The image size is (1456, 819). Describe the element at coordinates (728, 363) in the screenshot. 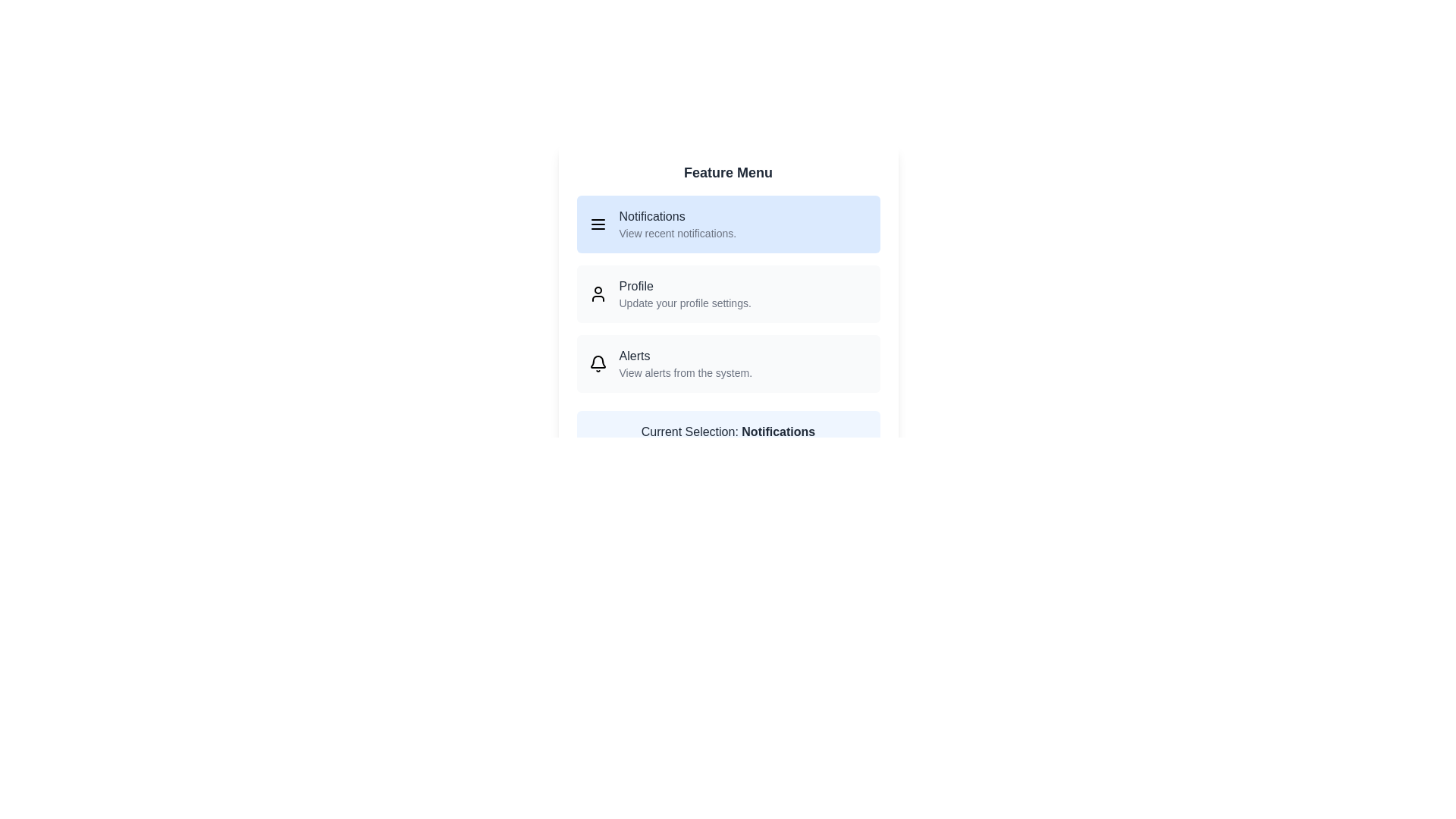

I see `the menu item Alerts by clicking on it` at that location.